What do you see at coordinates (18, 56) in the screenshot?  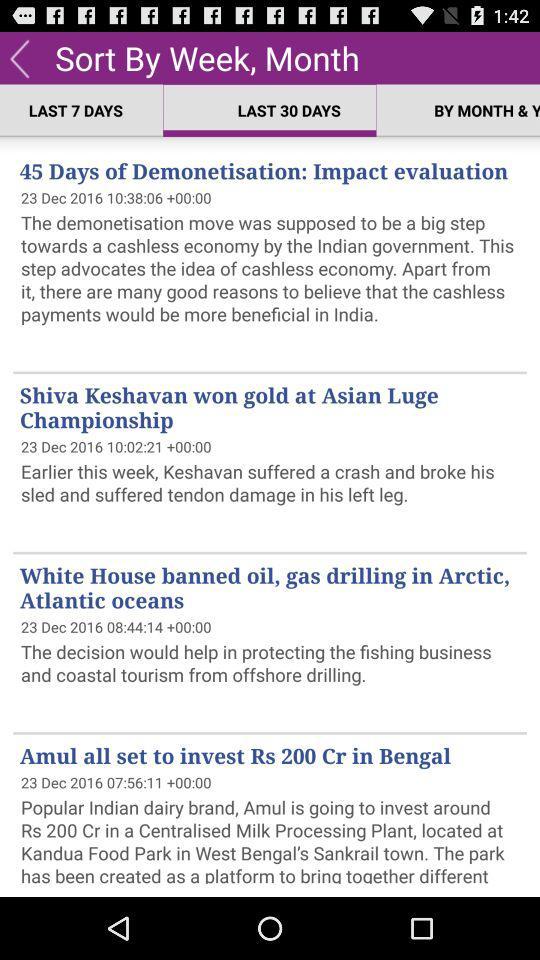 I see `the app to the left of sort by week` at bounding box center [18, 56].